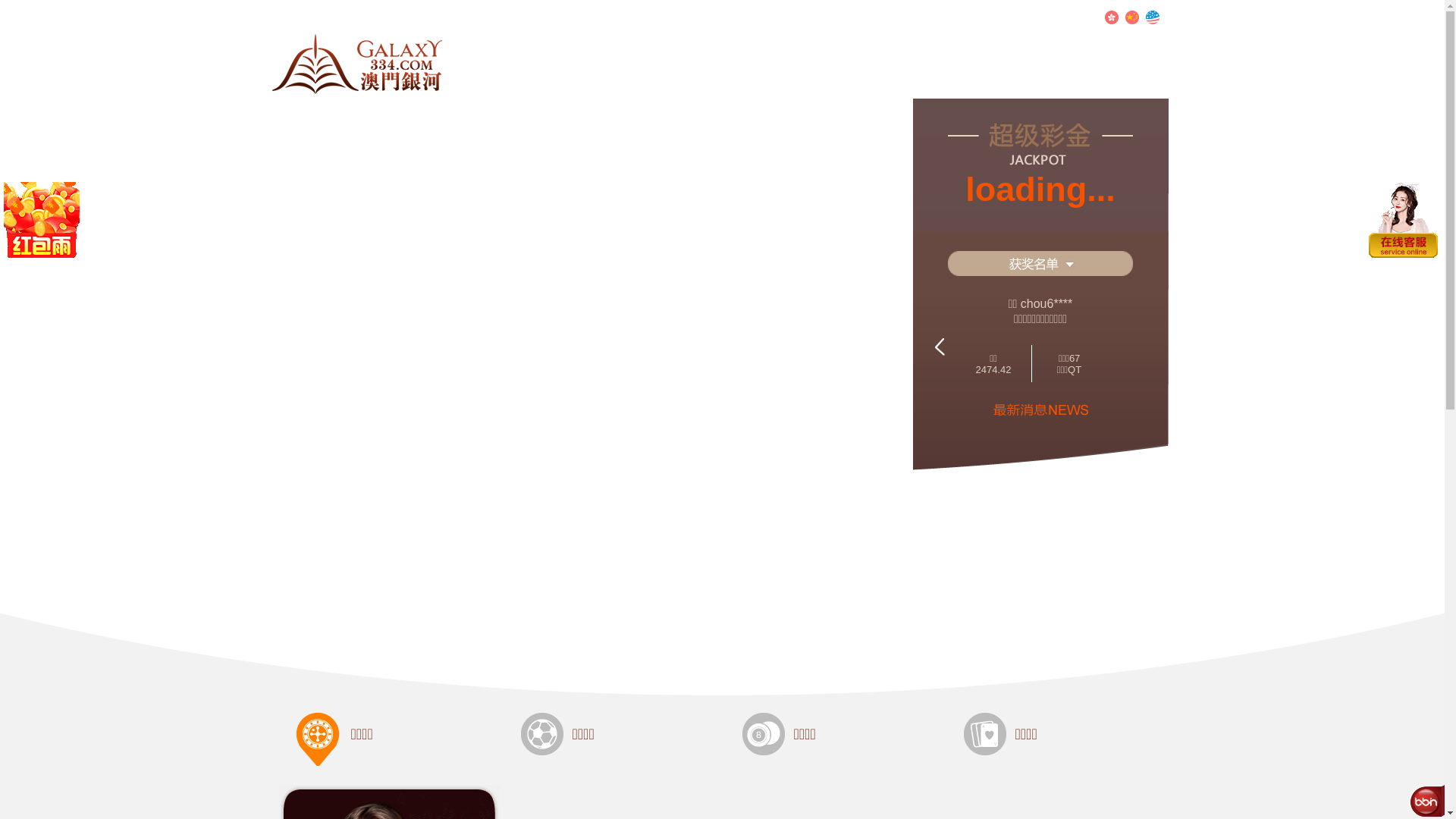  I want to click on 'English', so click(1151, 17).